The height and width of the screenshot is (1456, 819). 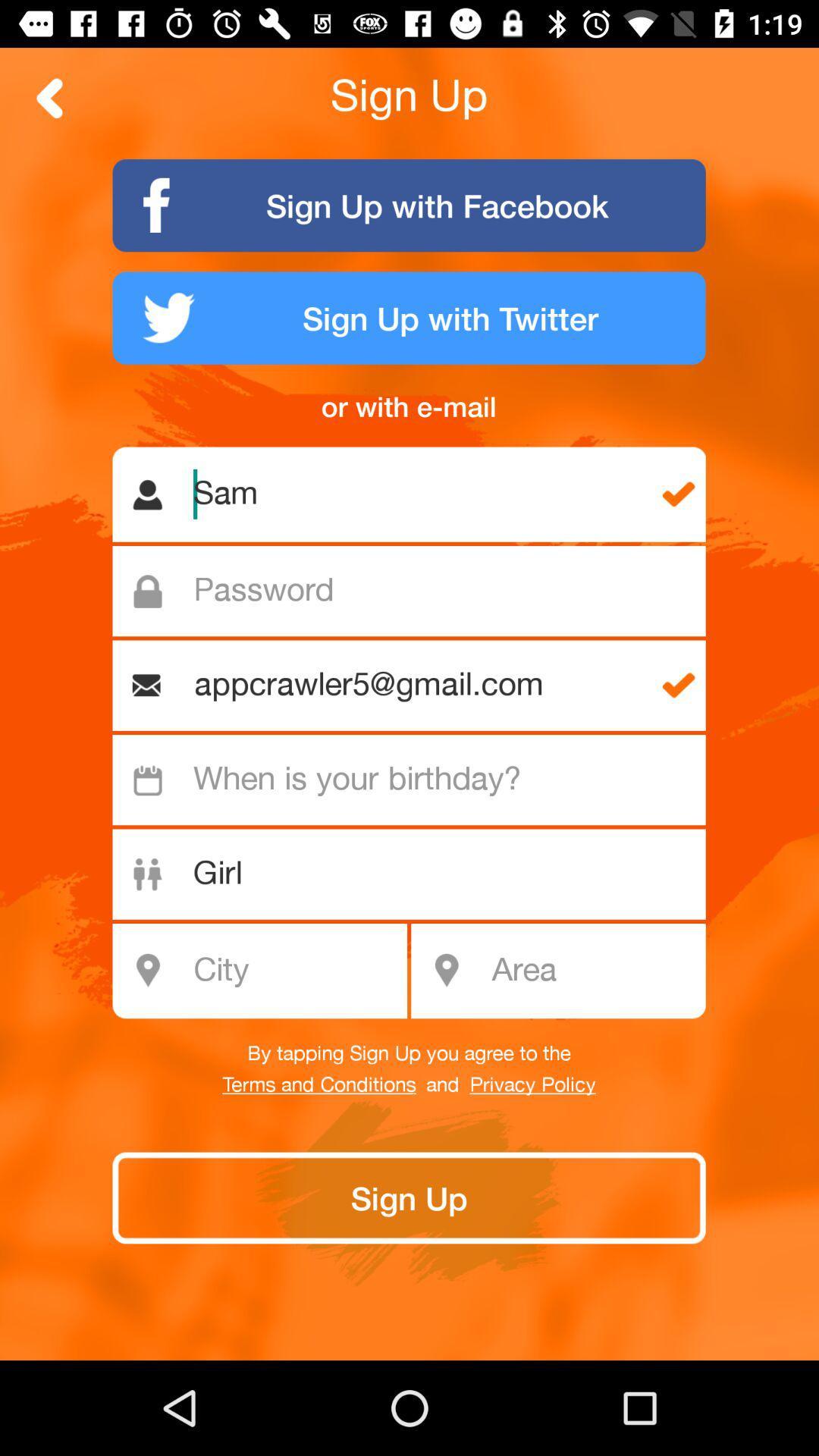 I want to click on city, so click(x=268, y=971).